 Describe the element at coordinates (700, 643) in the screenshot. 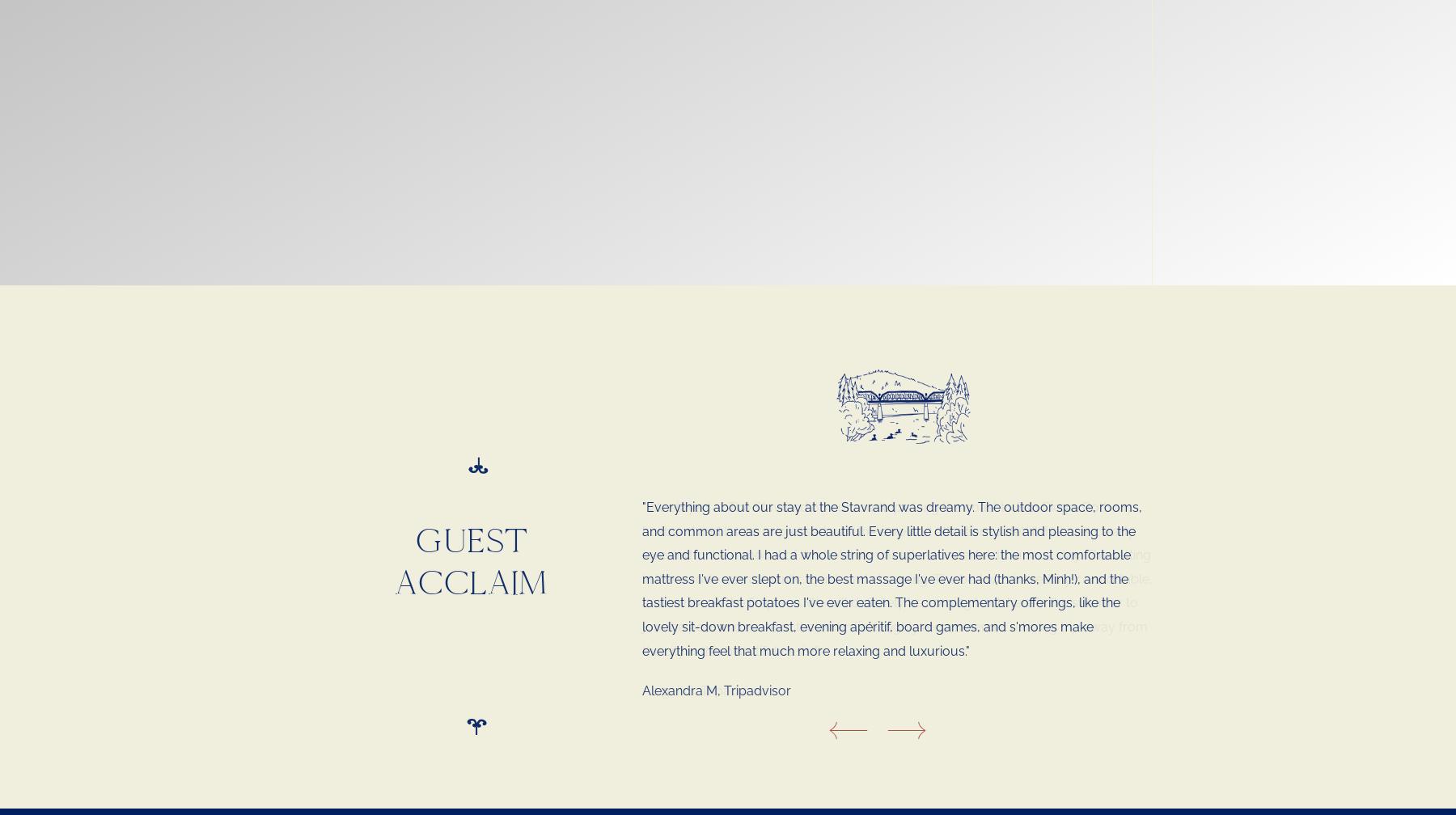

I see `'Carly G, Tripadvisor'` at that location.